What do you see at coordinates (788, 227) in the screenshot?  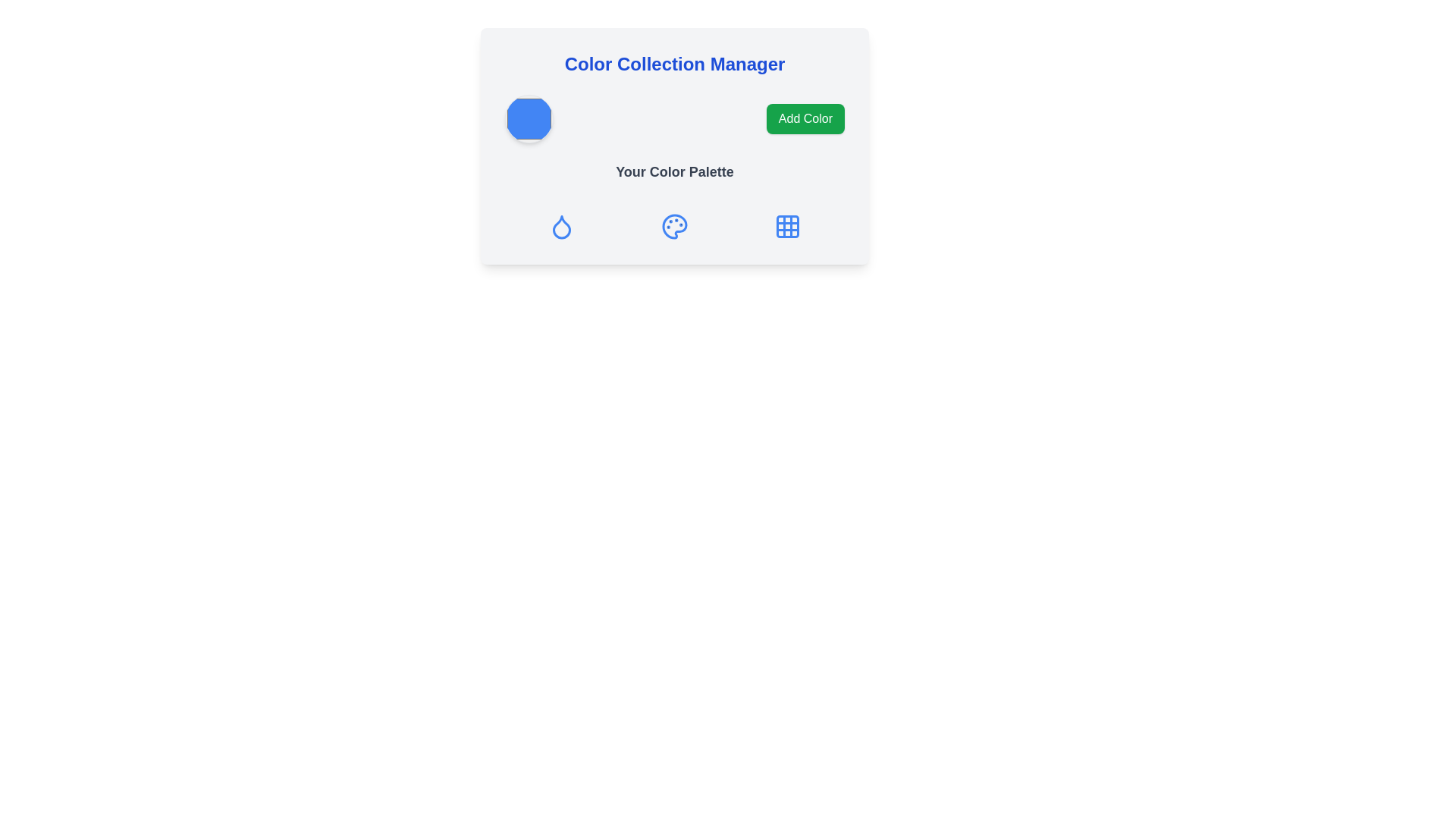 I see `the third icon from the left in the color palette section` at bounding box center [788, 227].